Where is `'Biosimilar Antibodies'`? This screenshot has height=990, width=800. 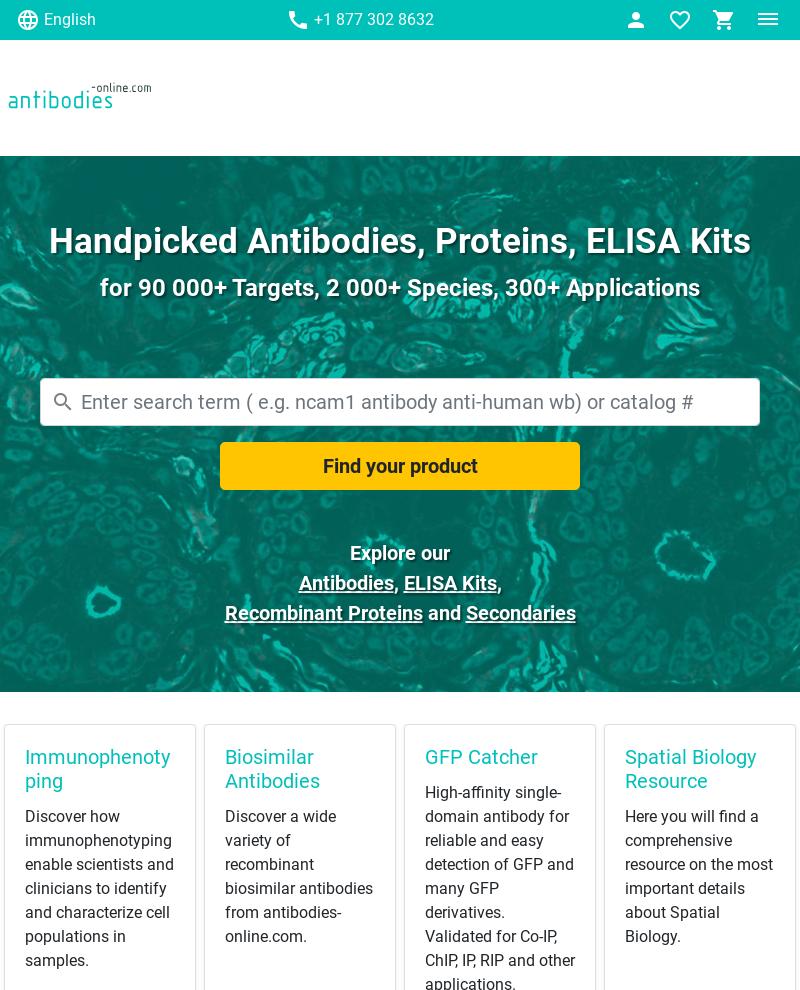
'Biosimilar Antibodies' is located at coordinates (272, 769).